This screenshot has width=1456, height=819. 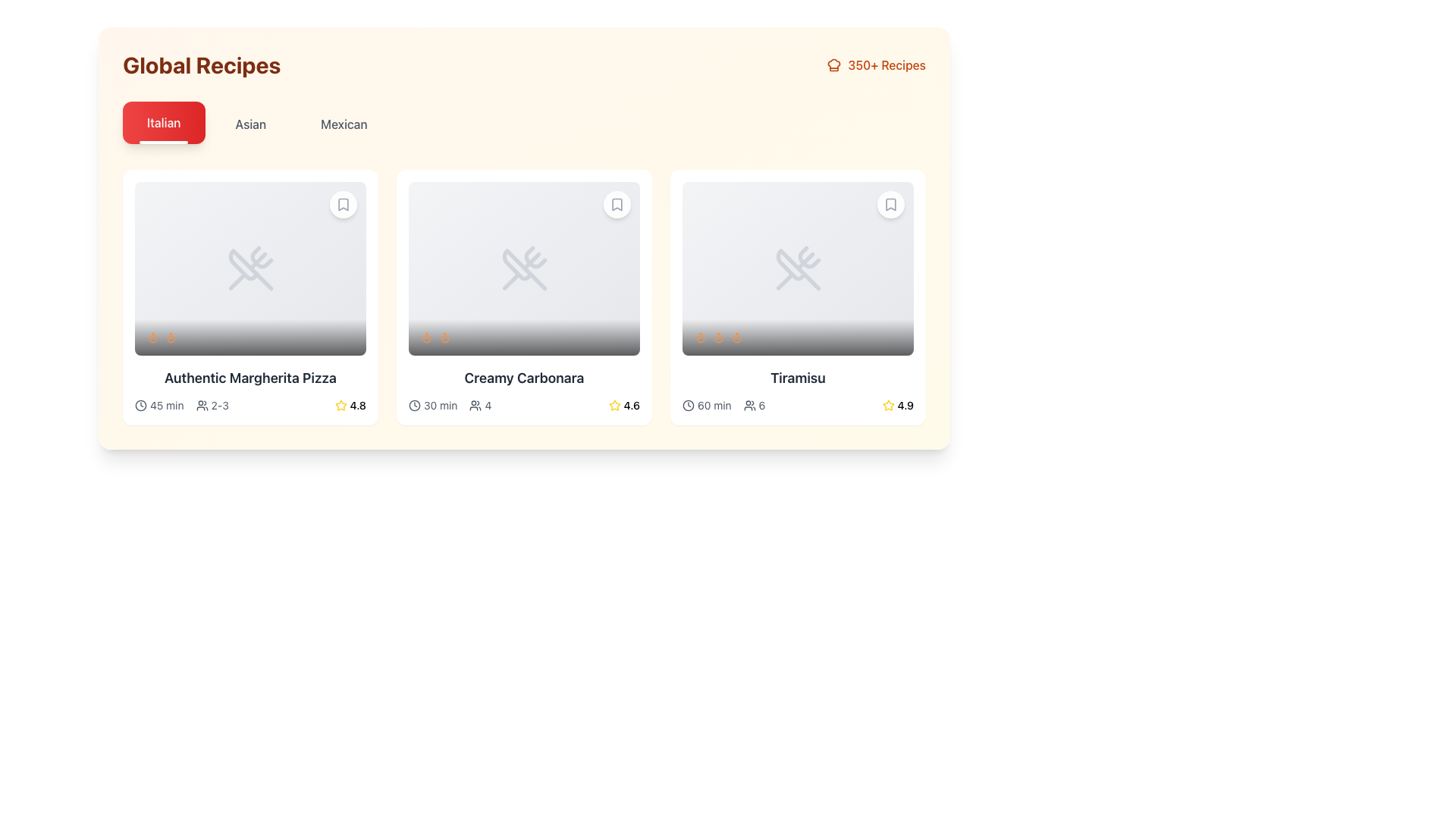 What do you see at coordinates (432, 404) in the screenshot?
I see `the estimated preparation or cooking time text located underneath the 'Creamy Carbonara' card in the middle column of the recipe cards` at bounding box center [432, 404].